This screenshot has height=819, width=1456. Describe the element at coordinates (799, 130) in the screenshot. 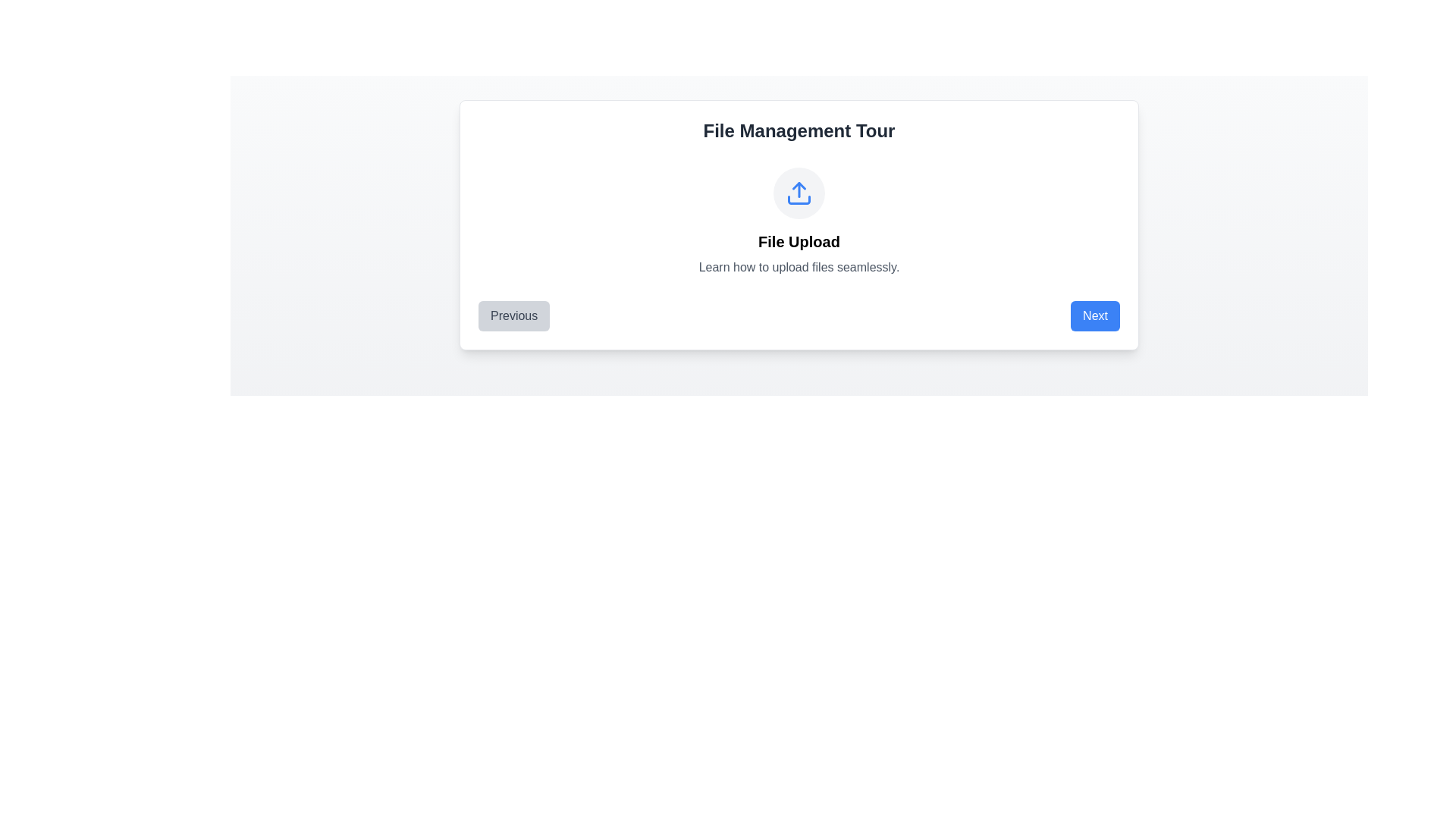

I see `the header text 'File Management Tour', which is a large, bold, dark gray text positioned at the top of a card-like structure with a white background` at that location.